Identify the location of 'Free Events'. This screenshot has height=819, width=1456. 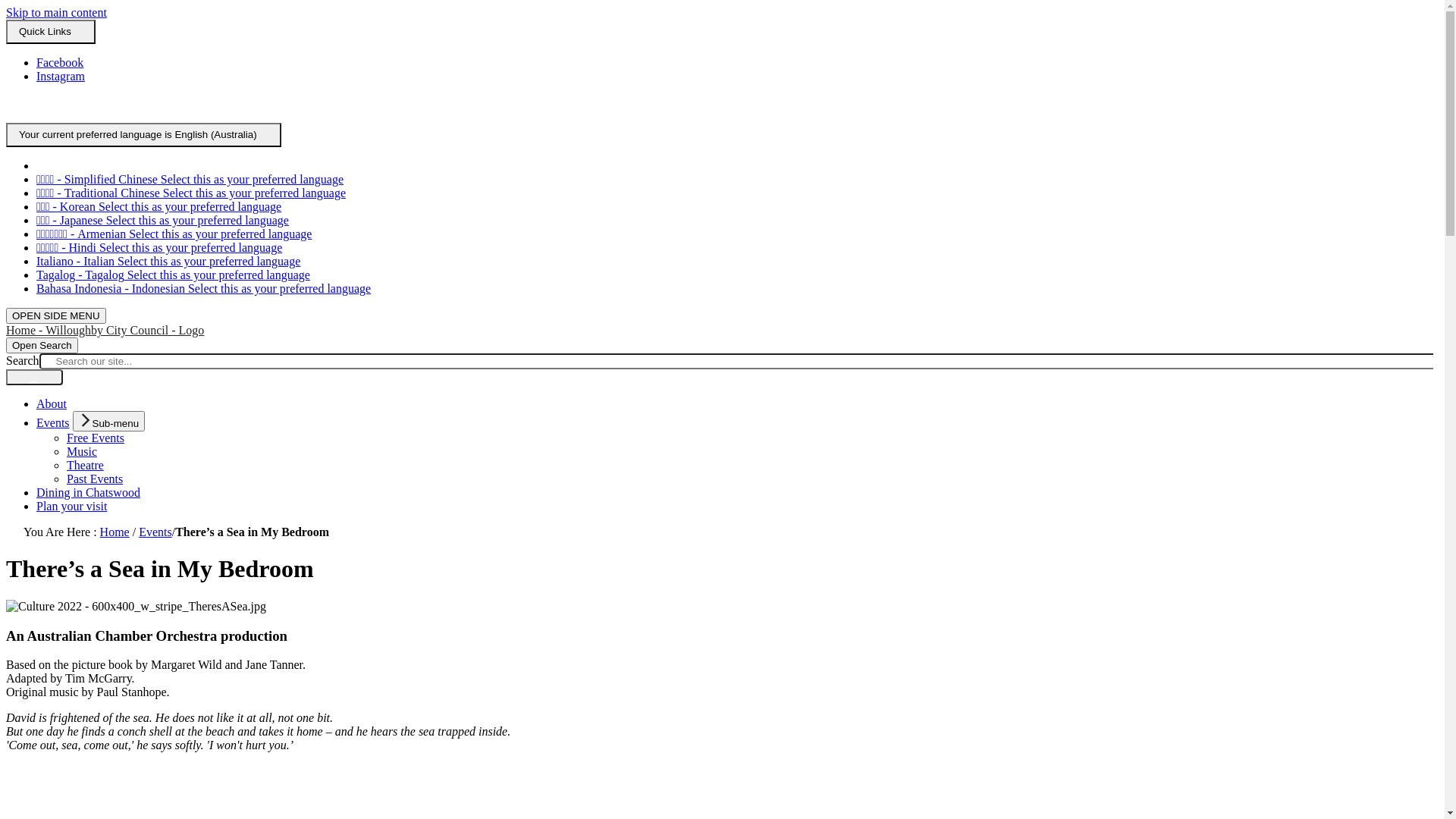
(65, 438).